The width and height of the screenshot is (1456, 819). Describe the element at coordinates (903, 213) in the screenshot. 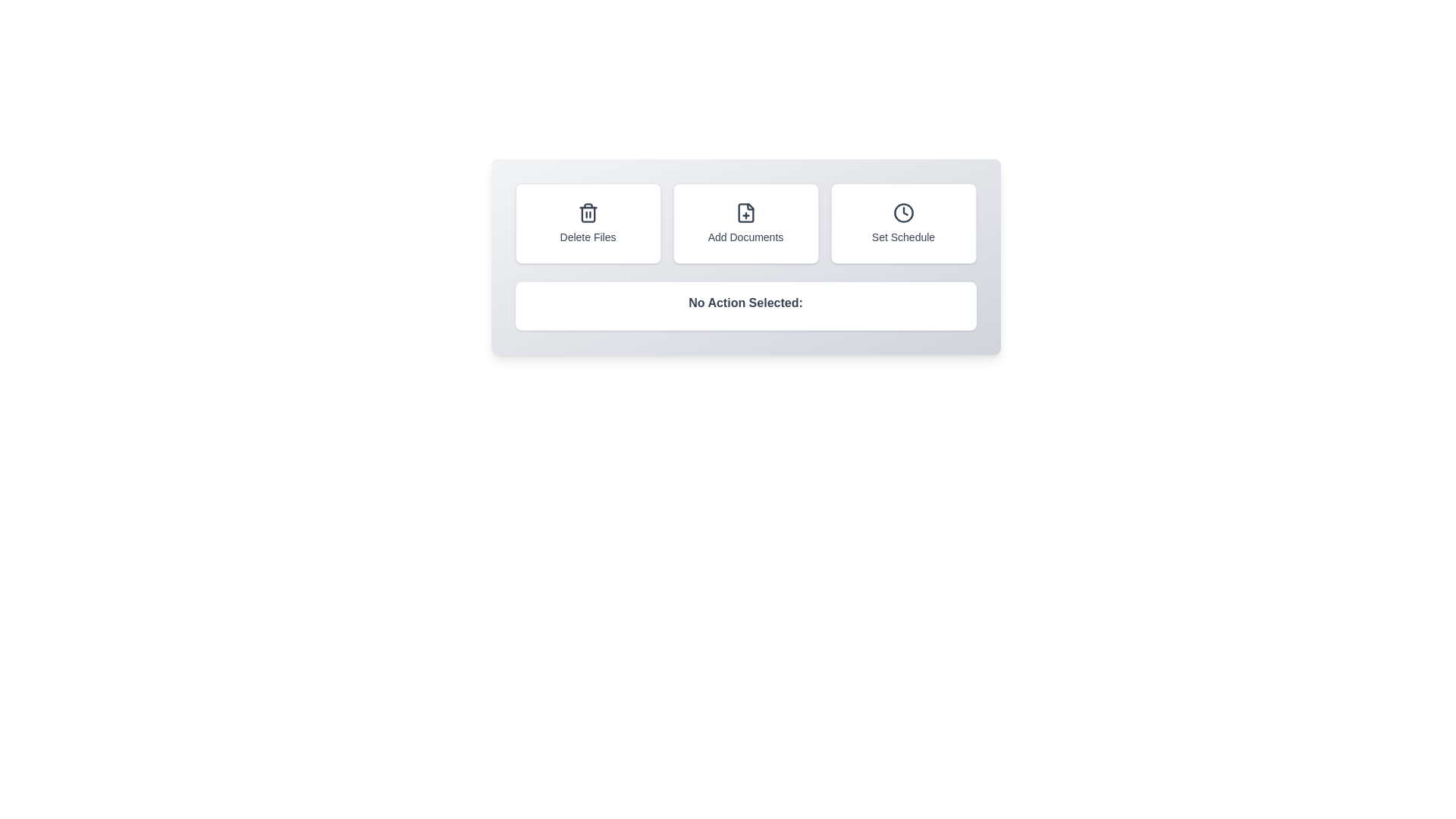

I see `the 'Set Schedule' icon which is the primary icon located within the button on the rightmost side of a three-button horizontal arrangement` at that location.